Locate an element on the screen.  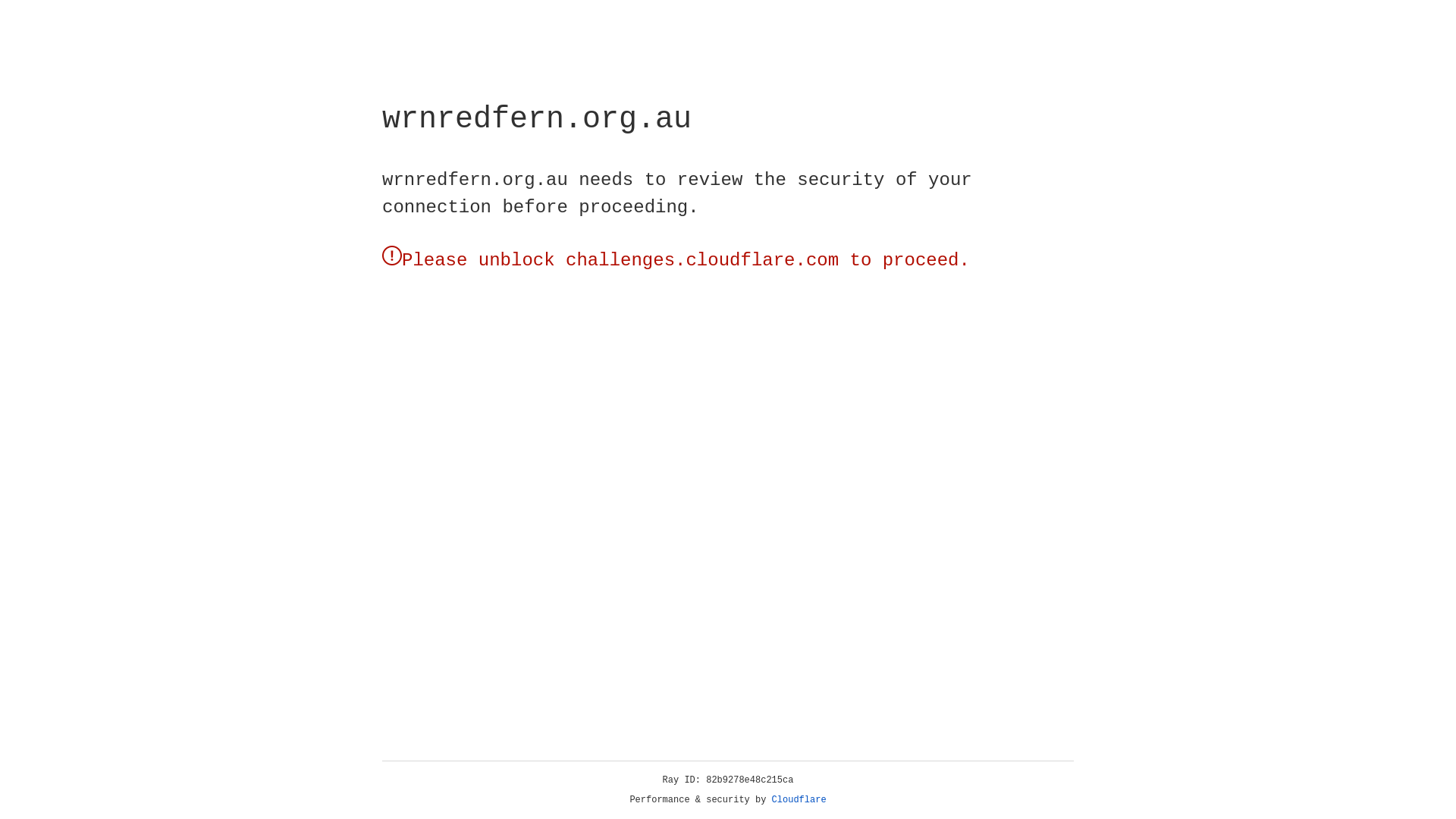
'Cloudflare' is located at coordinates (799, 799).